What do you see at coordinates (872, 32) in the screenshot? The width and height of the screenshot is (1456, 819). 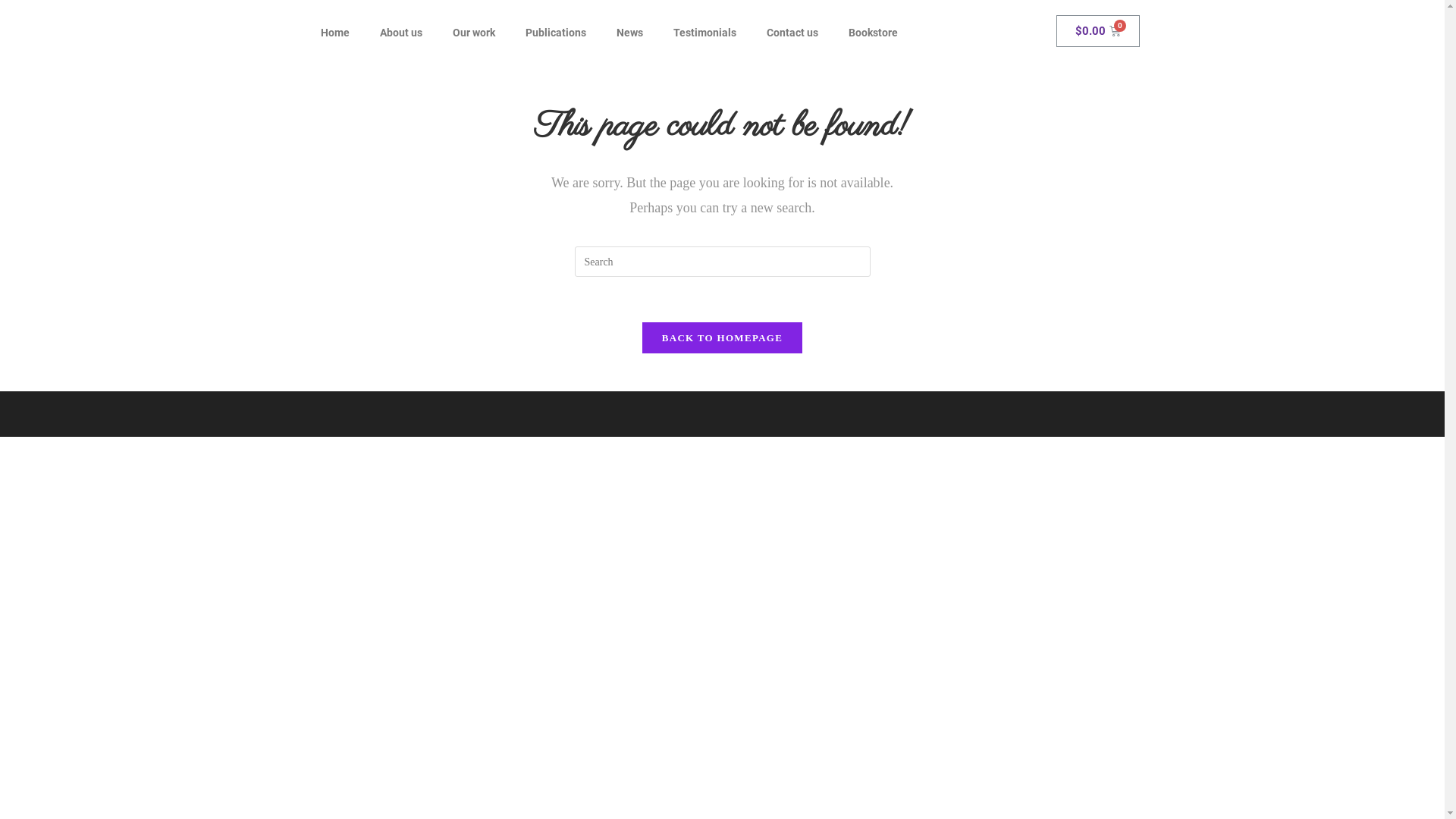 I see `'Bookstore'` at bounding box center [872, 32].